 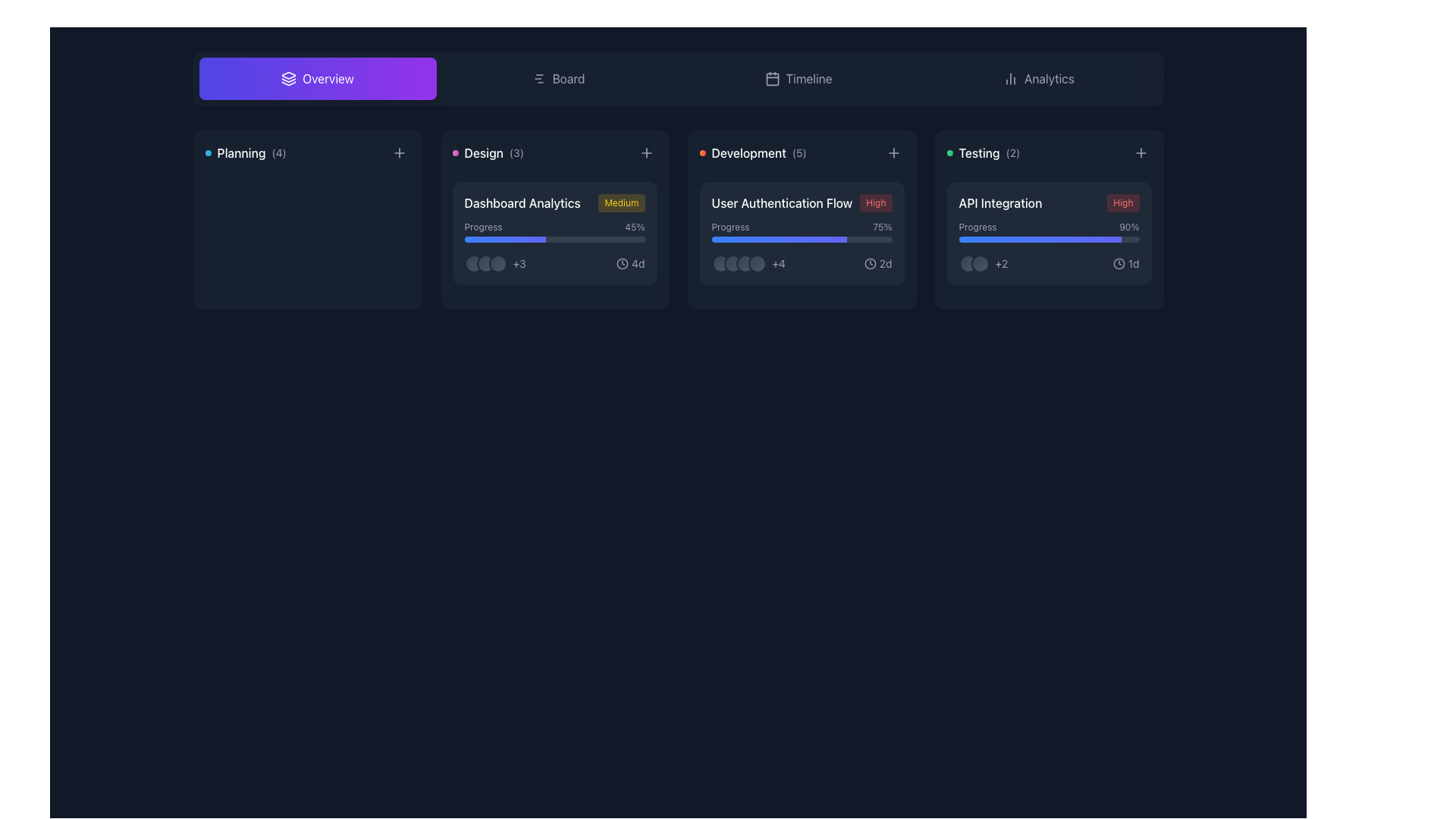 What do you see at coordinates (730, 227) in the screenshot?
I see `'Progress' label element located in the 'Development' card, below the title 'User Authentication Flow', to the left of the progress value '75%'` at bounding box center [730, 227].